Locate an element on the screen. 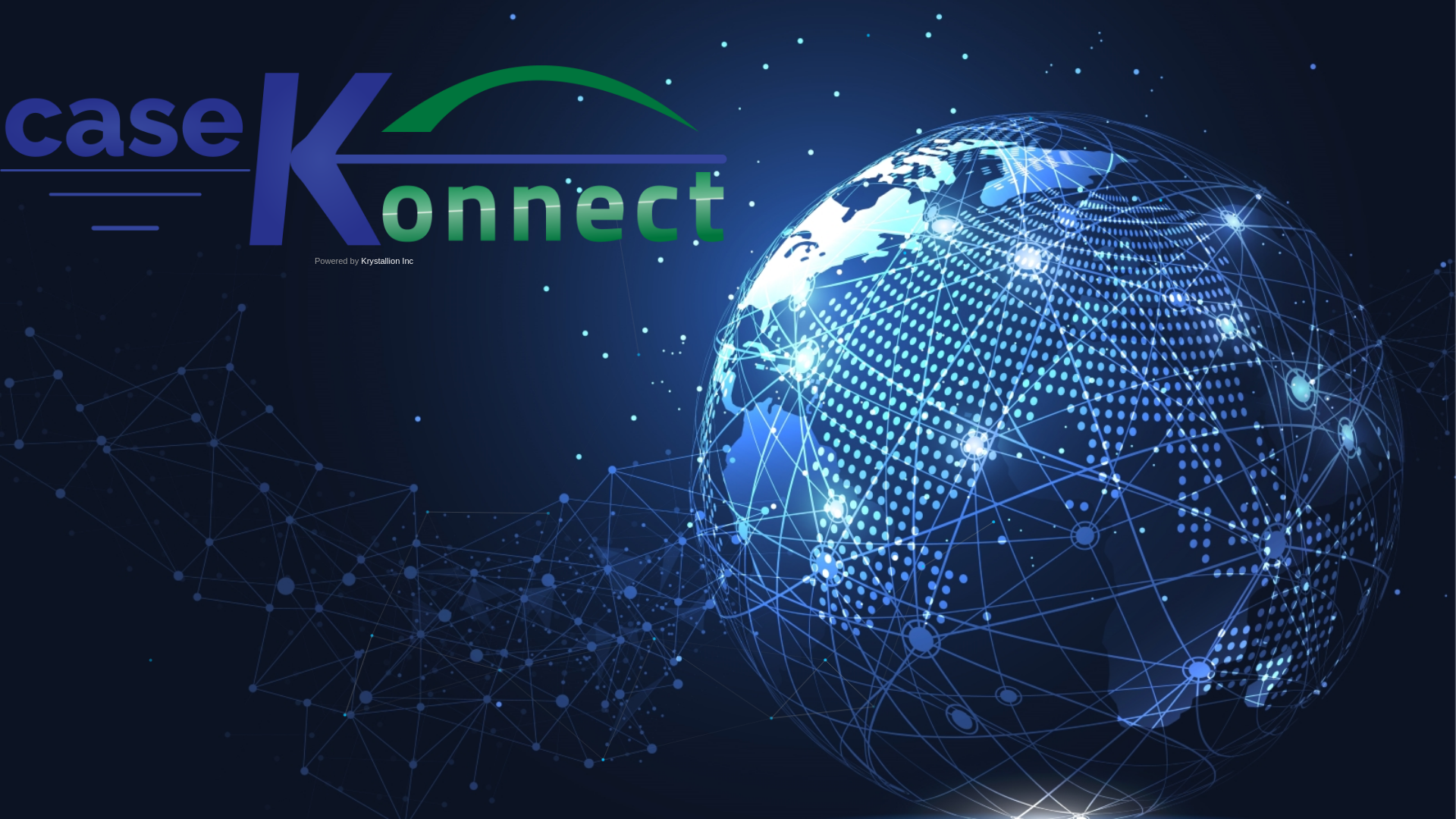 The image size is (1456, 819). 'caseKonnect' is located at coordinates (364, 155).